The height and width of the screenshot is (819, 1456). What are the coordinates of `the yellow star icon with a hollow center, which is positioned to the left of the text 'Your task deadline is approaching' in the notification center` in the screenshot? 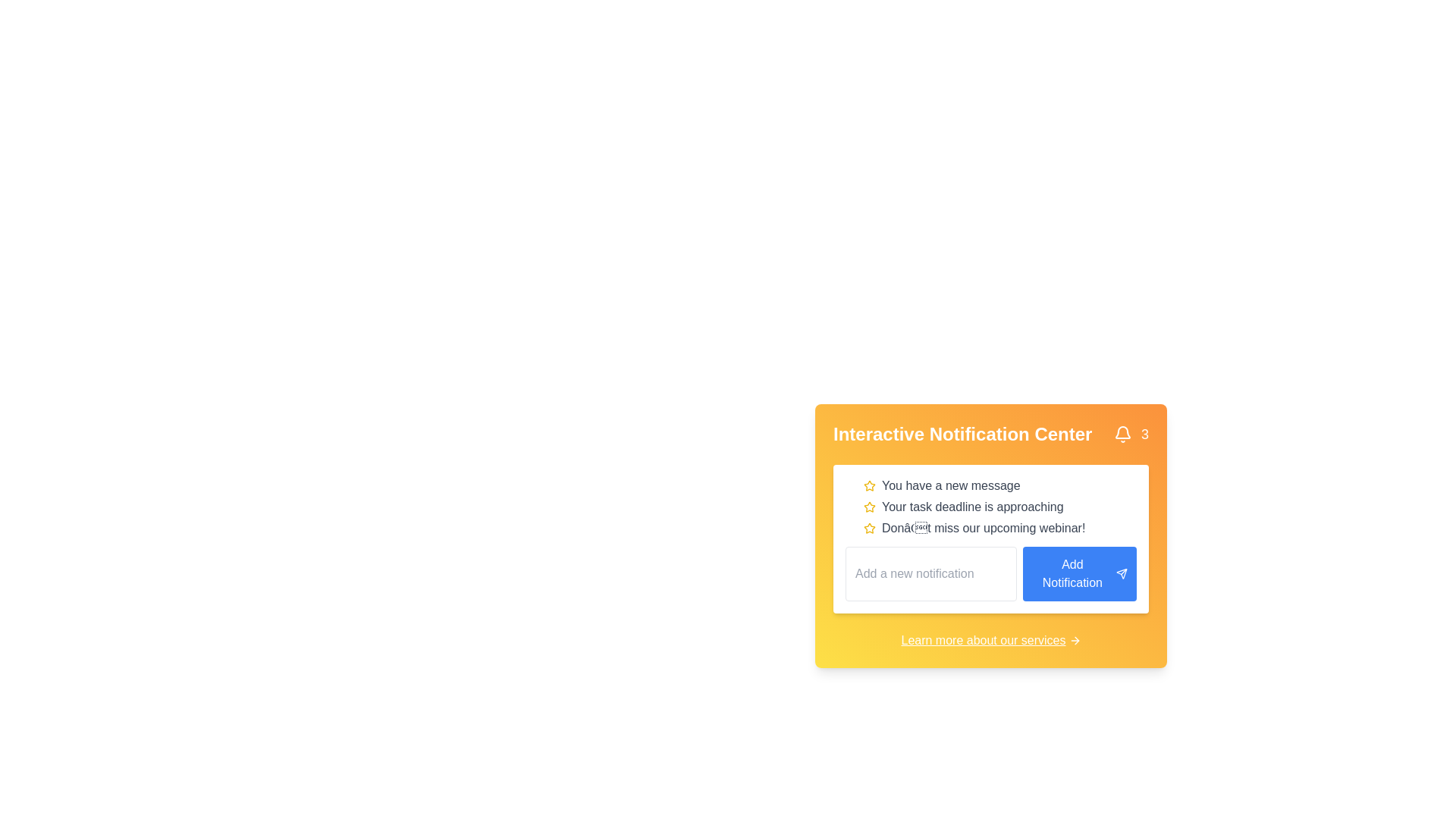 It's located at (870, 507).